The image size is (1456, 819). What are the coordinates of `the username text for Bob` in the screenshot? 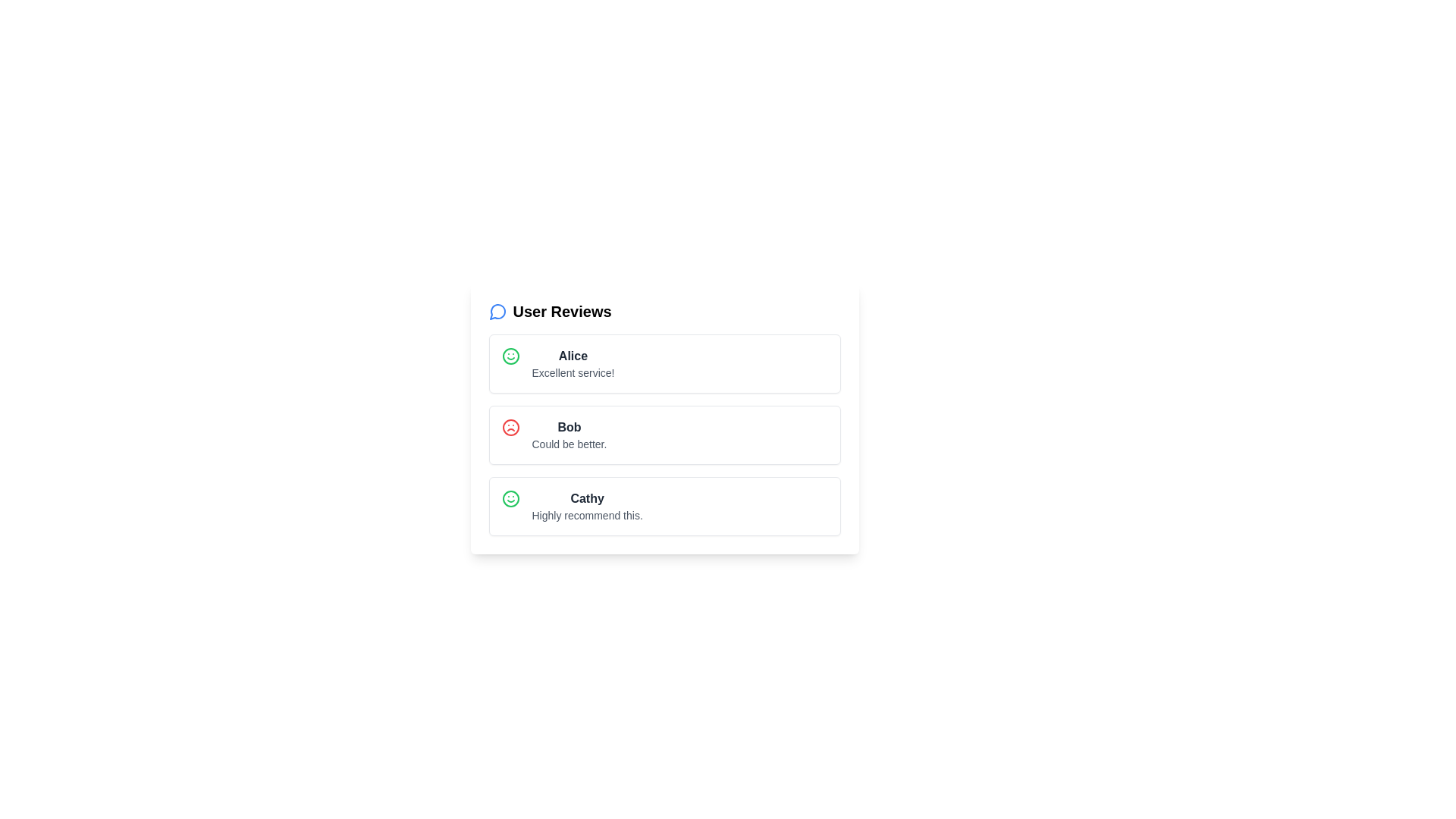 It's located at (568, 427).